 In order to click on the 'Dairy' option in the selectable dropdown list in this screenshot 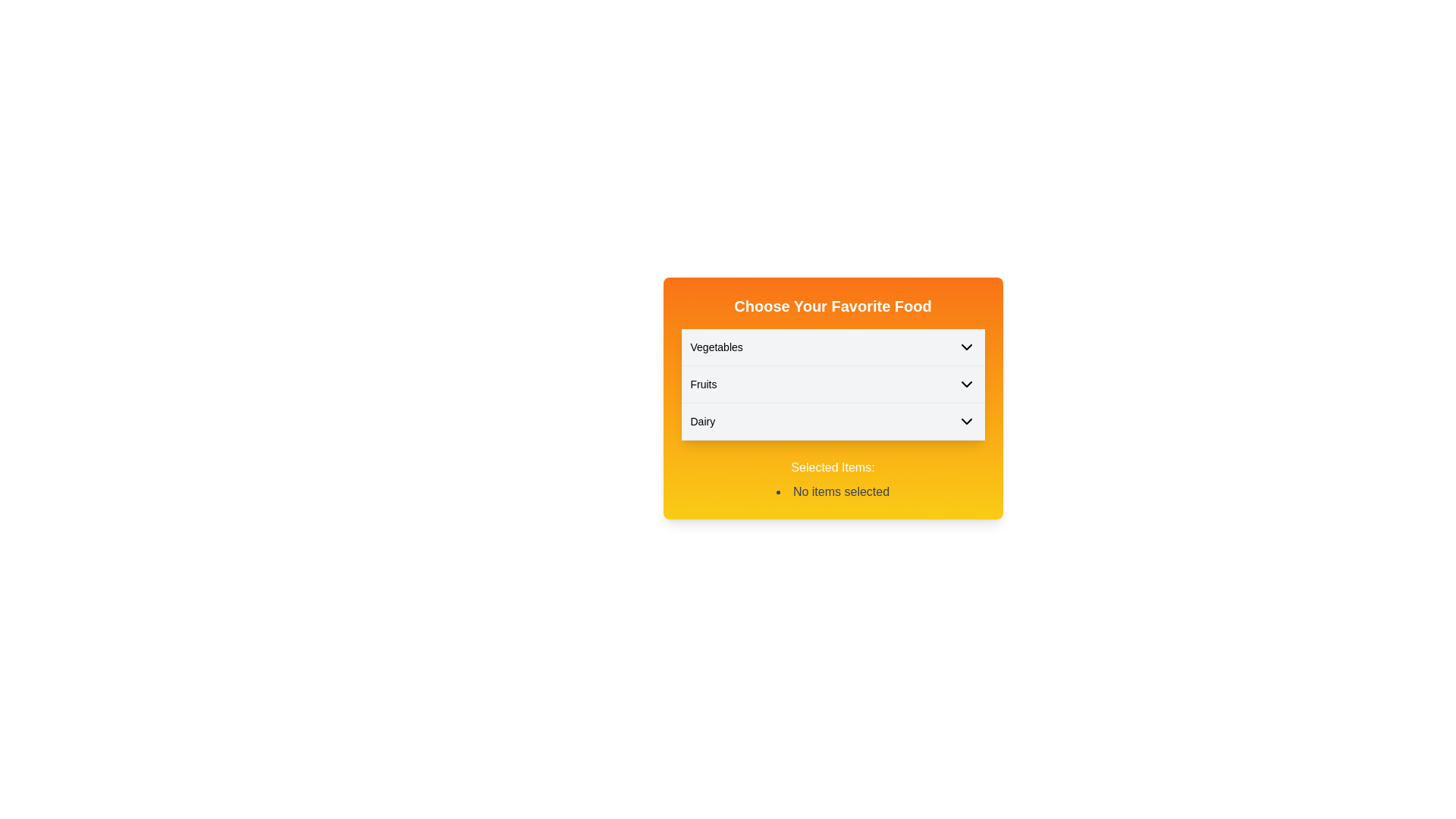, I will do `click(832, 421)`.